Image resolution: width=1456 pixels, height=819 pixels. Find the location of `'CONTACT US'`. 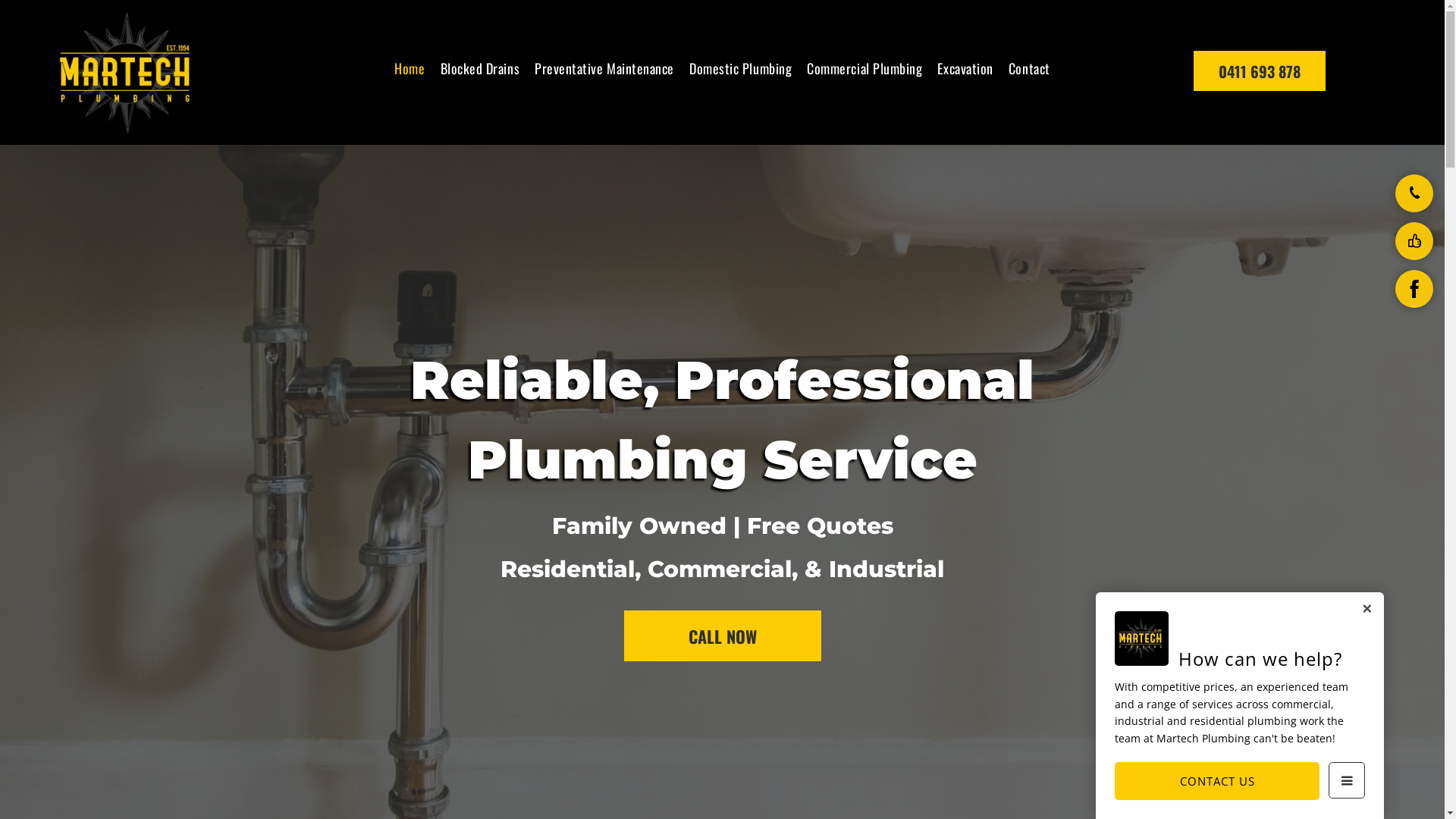

'CONTACT US' is located at coordinates (1216, 780).